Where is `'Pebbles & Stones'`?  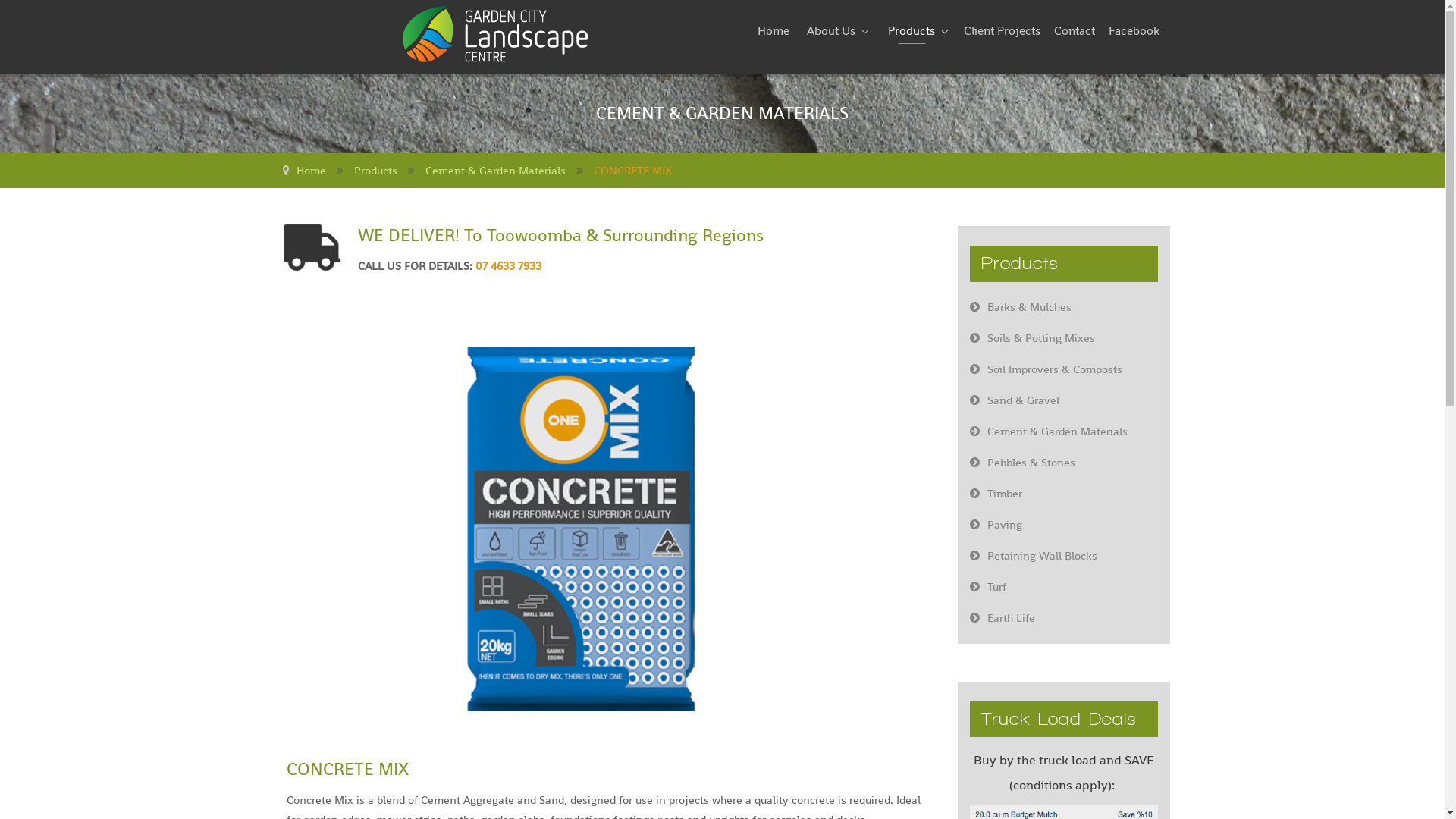
'Pebbles & Stones' is located at coordinates (1062, 461).